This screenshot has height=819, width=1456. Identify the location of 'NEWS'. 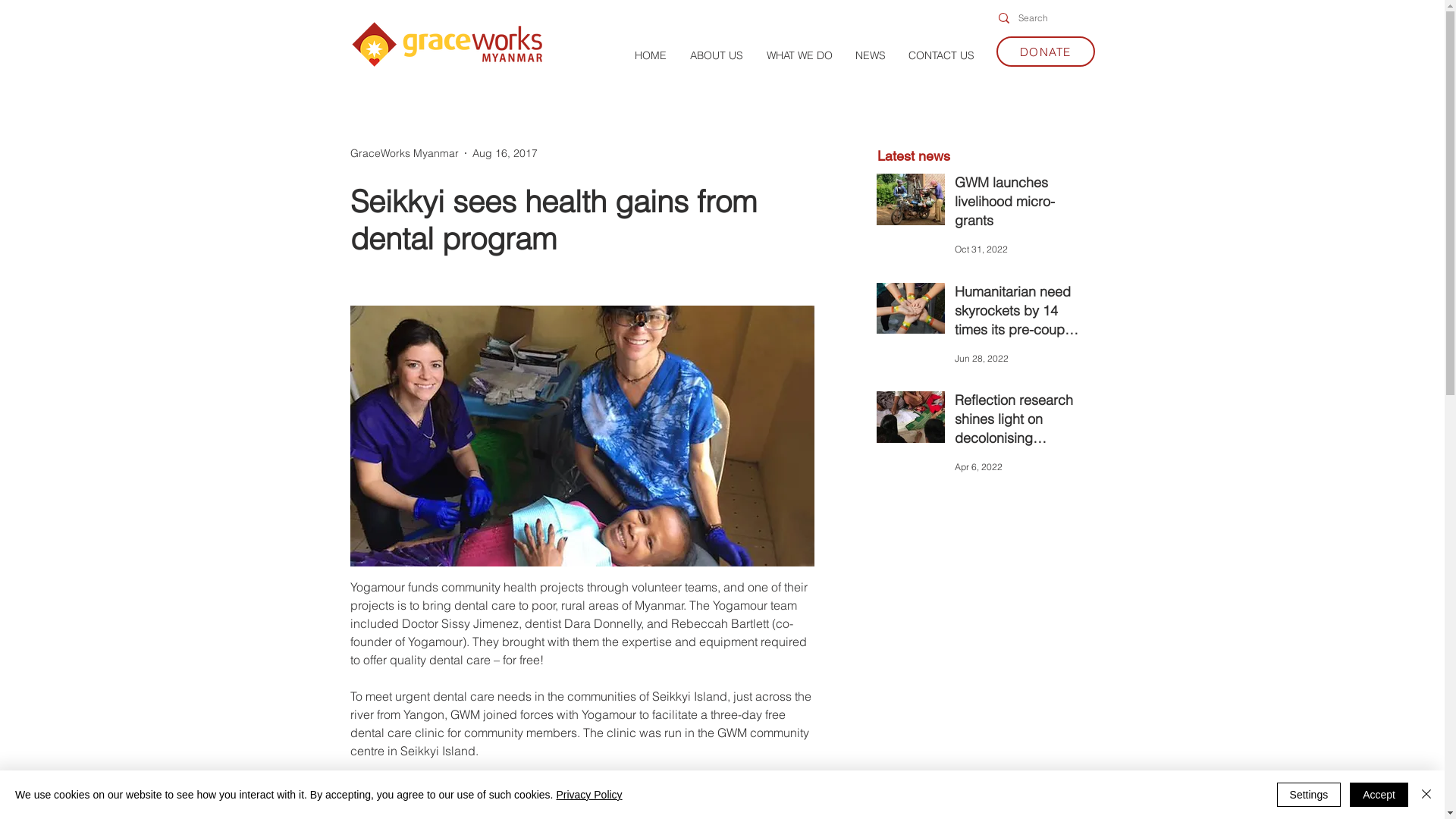
(870, 55).